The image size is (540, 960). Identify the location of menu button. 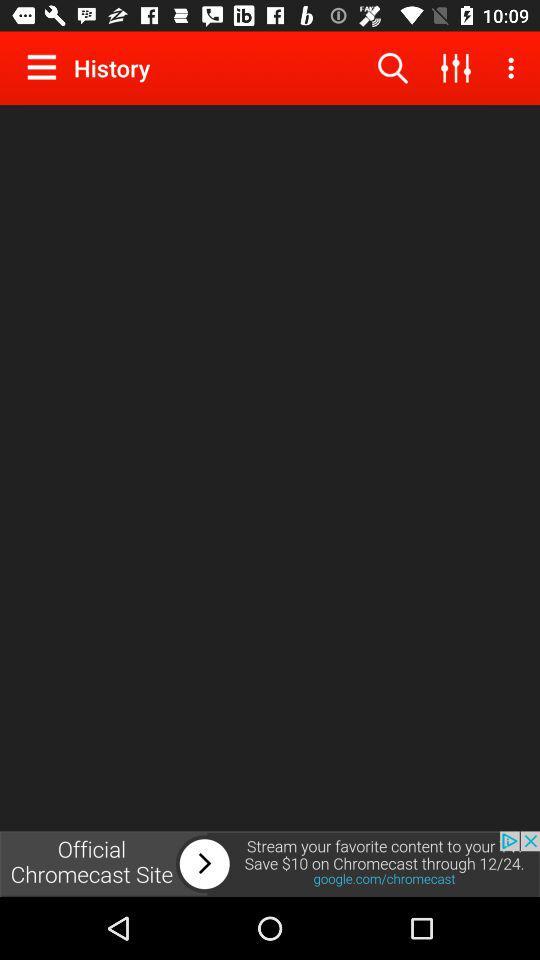
(46, 67).